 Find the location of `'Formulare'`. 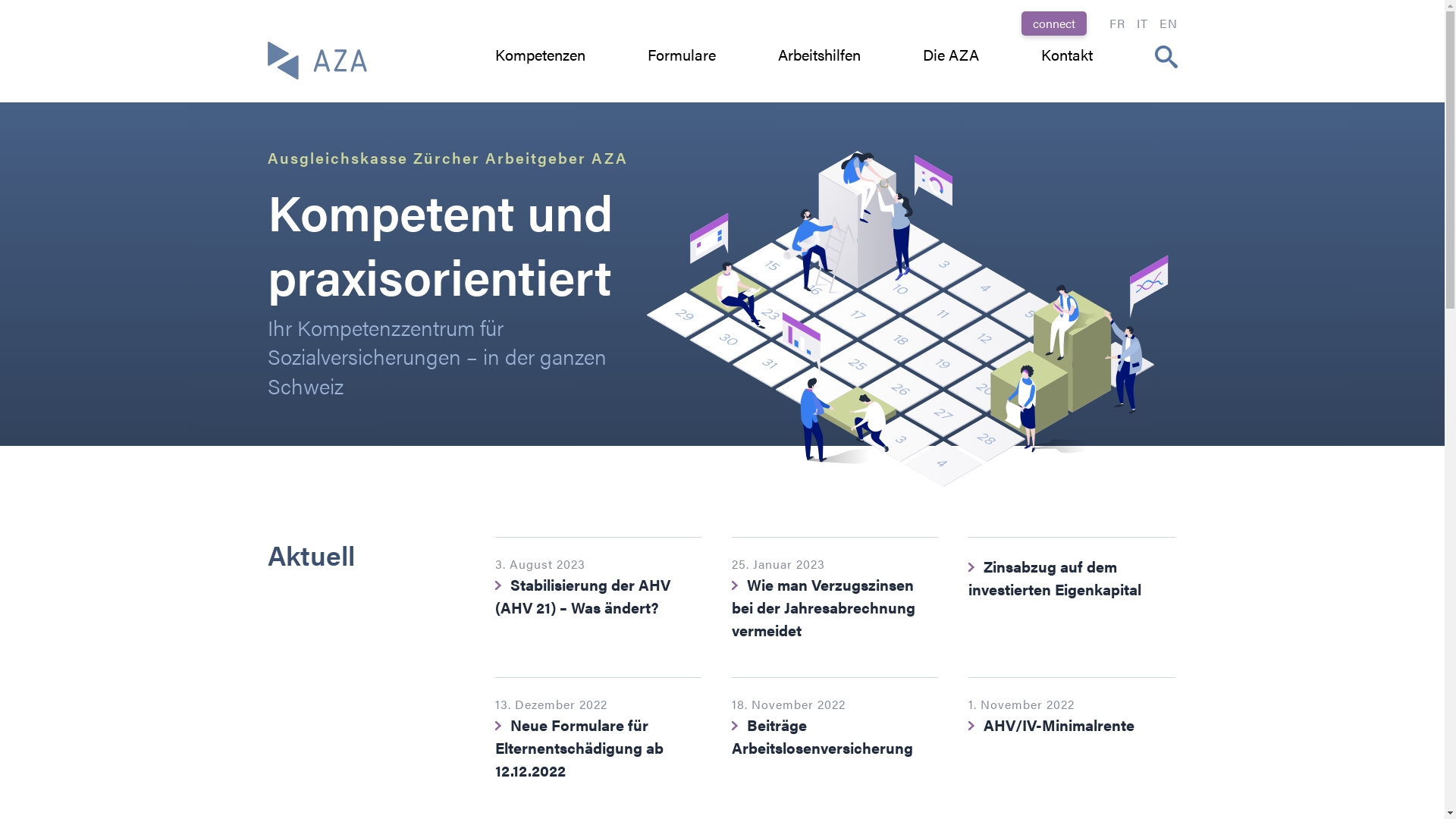

'Formulare' is located at coordinates (680, 54).